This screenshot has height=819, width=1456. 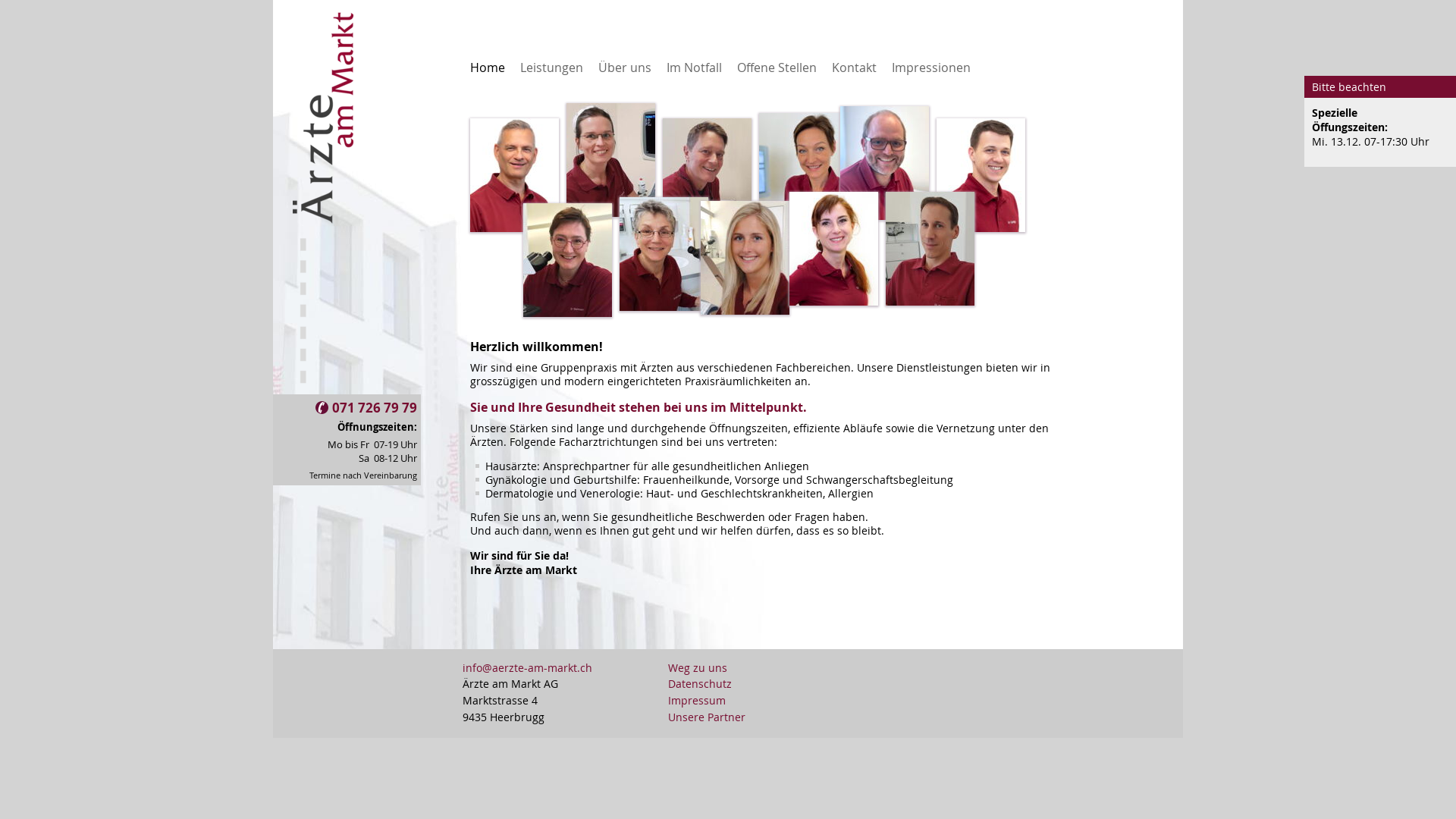 I want to click on 'Datenschutz', so click(x=705, y=684).